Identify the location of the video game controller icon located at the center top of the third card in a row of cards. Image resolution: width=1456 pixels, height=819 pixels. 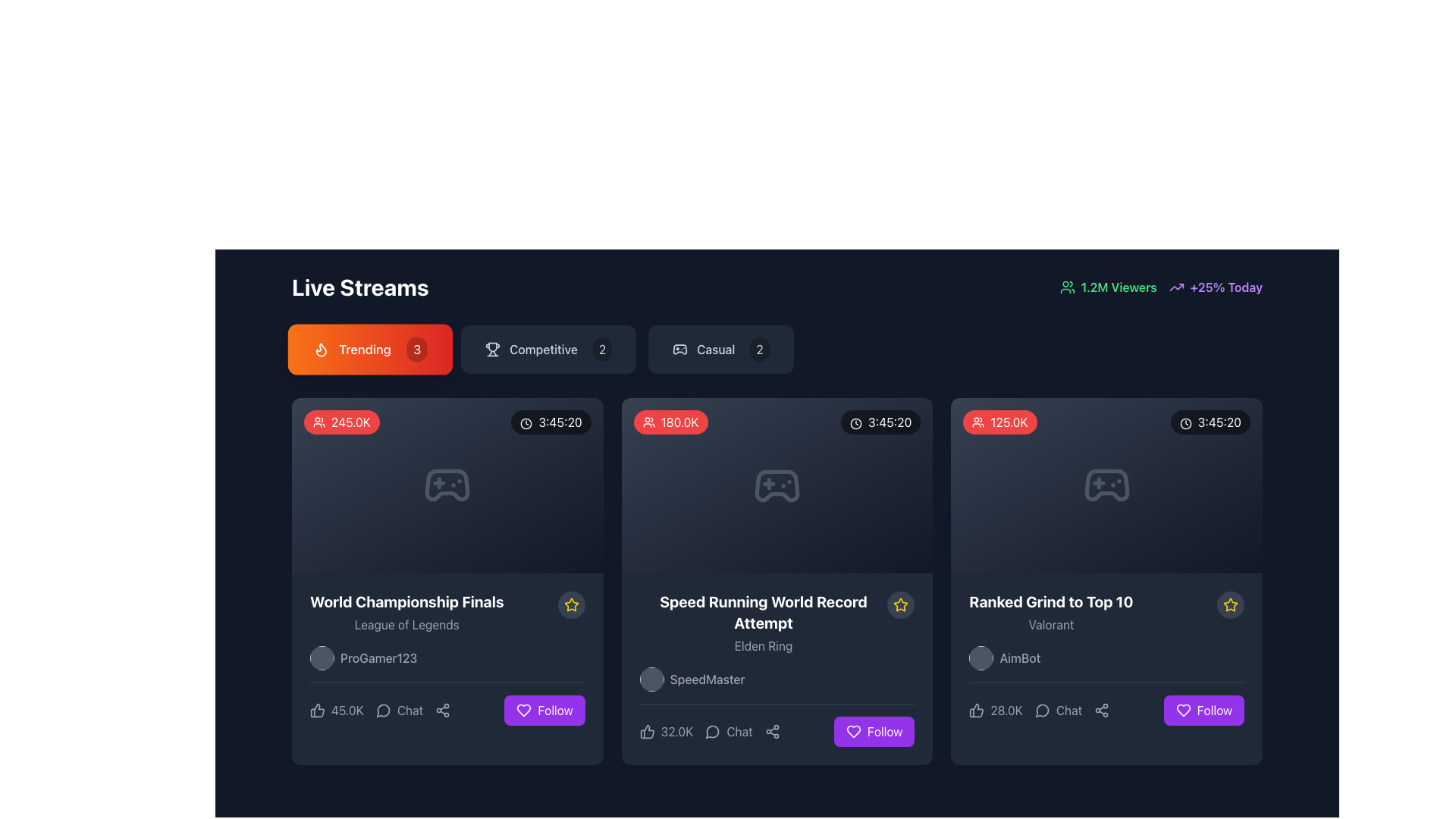
(1106, 485).